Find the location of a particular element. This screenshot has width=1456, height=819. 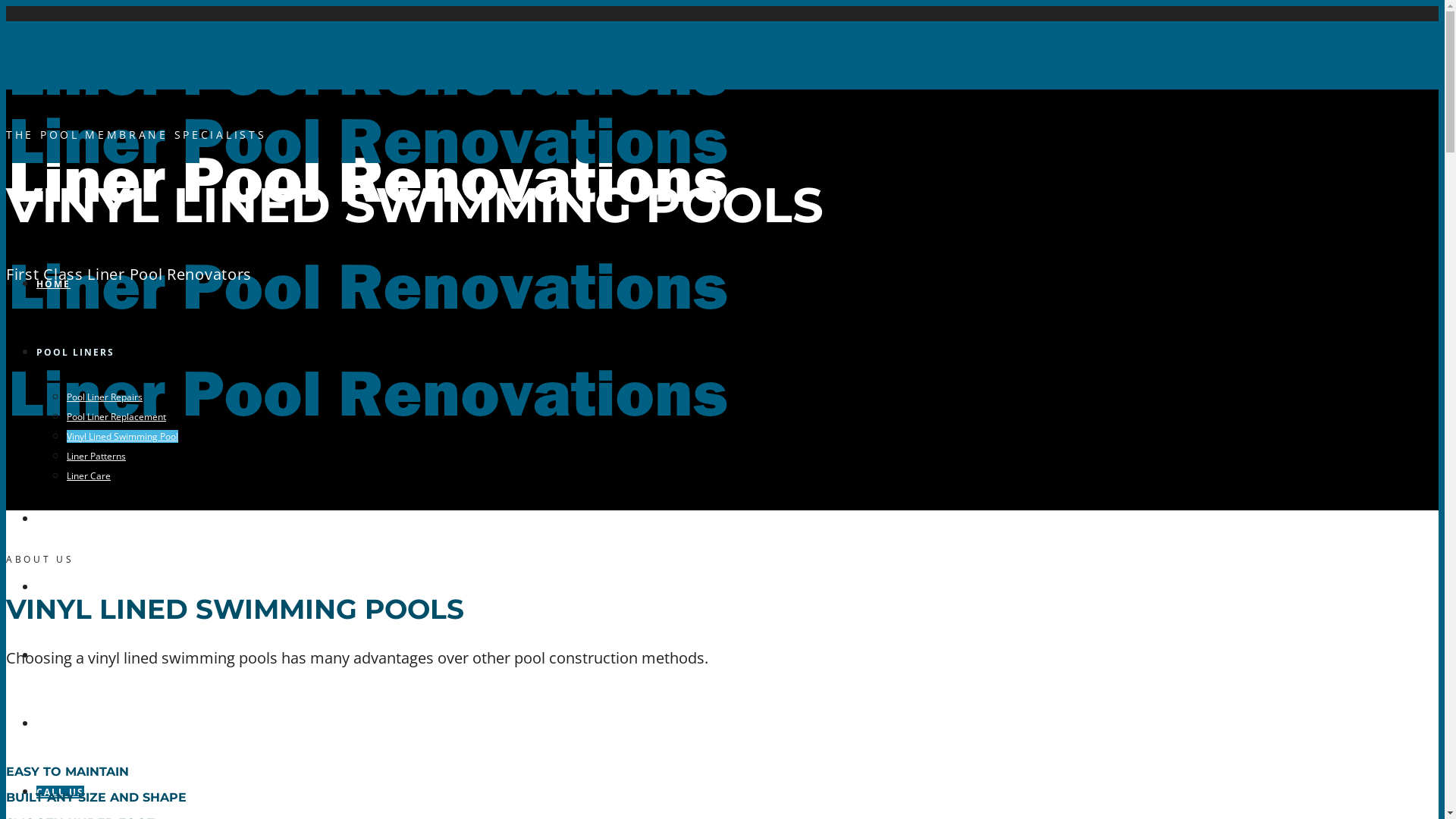

'CALL US' is located at coordinates (60, 791).